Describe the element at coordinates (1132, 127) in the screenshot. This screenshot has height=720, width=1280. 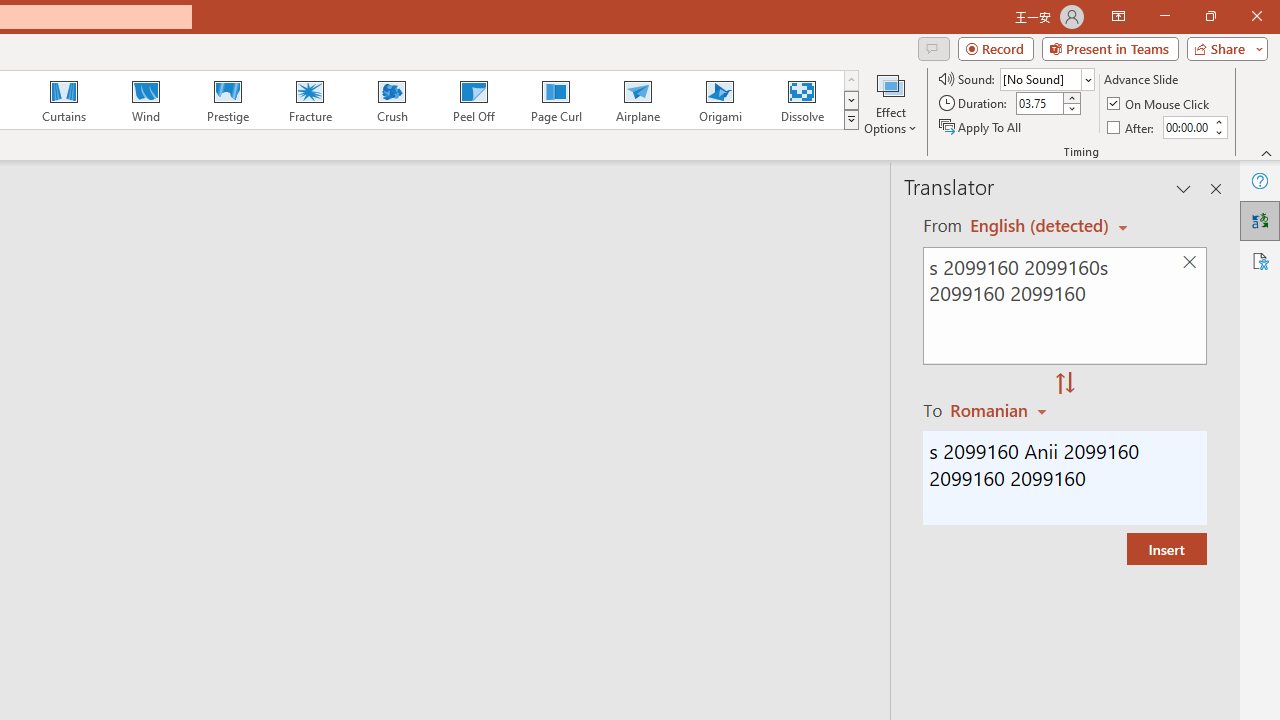
I see `'After'` at that location.